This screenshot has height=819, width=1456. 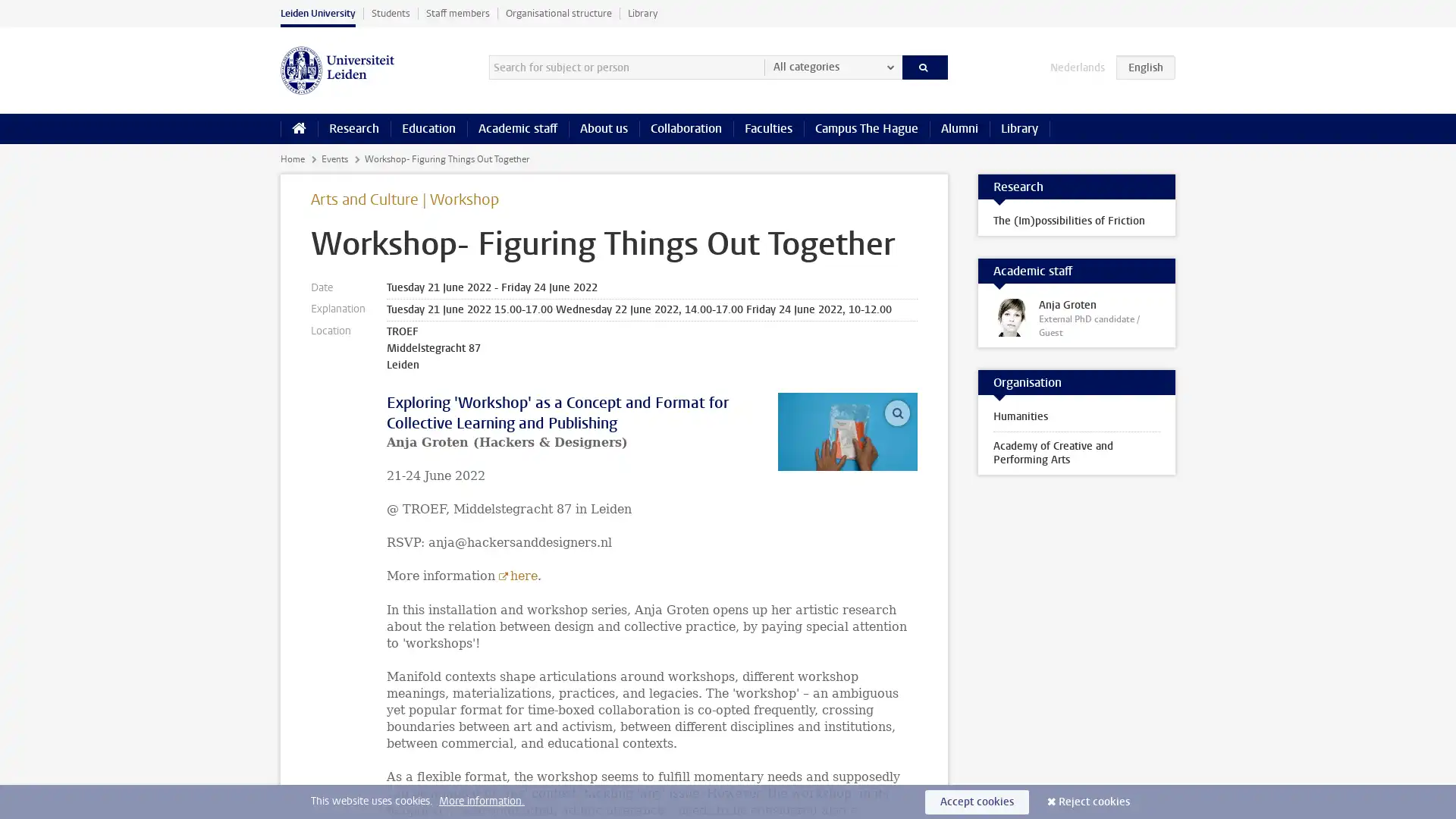 What do you see at coordinates (832, 66) in the screenshot?
I see `All categories` at bounding box center [832, 66].